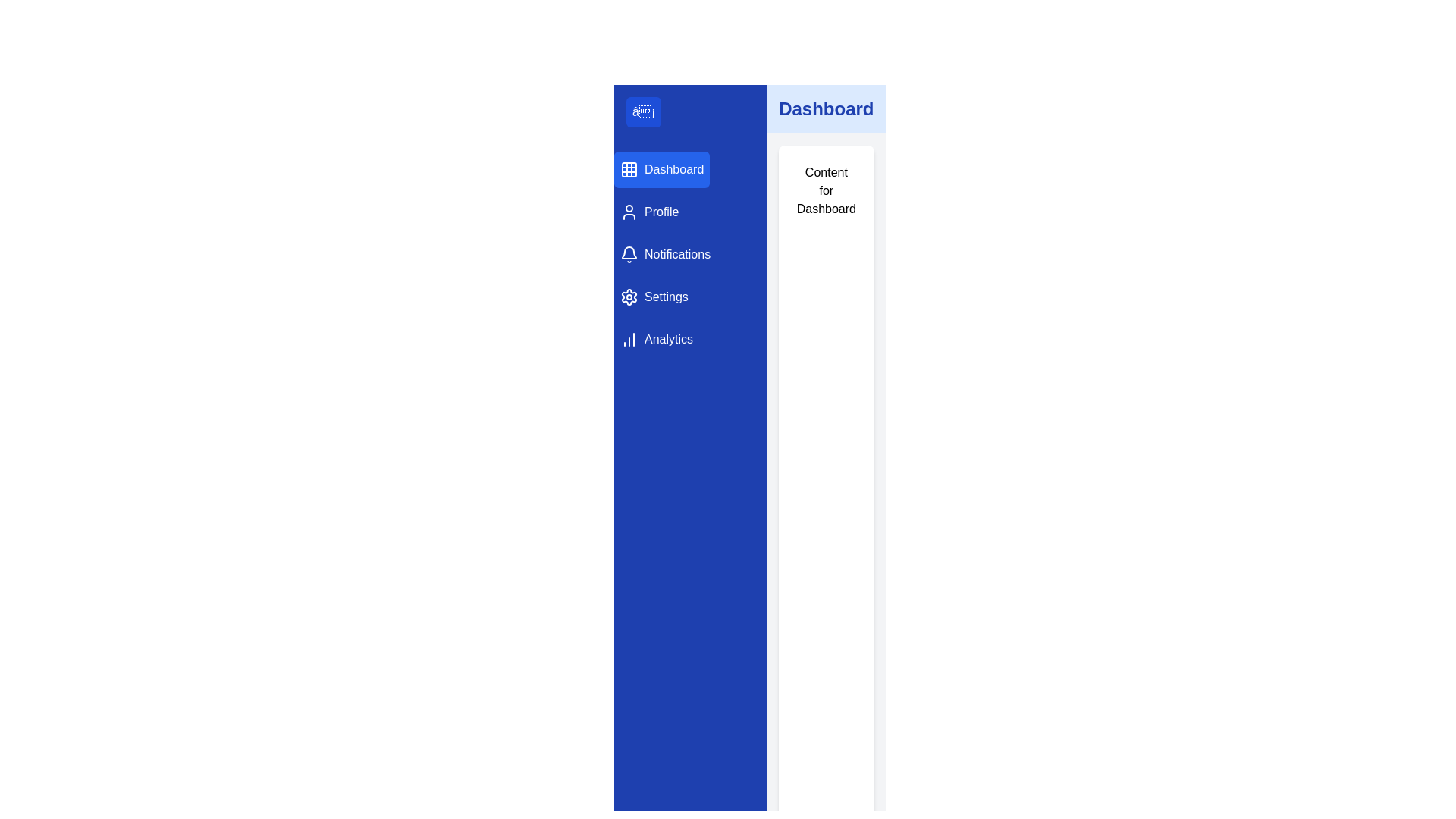 The image size is (1456, 819). What do you see at coordinates (825, 108) in the screenshot?
I see `the 'Dashboard' heading located at the top right section of the interface, which indicates the current section the user is viewing` at bounding box center [825, 108].